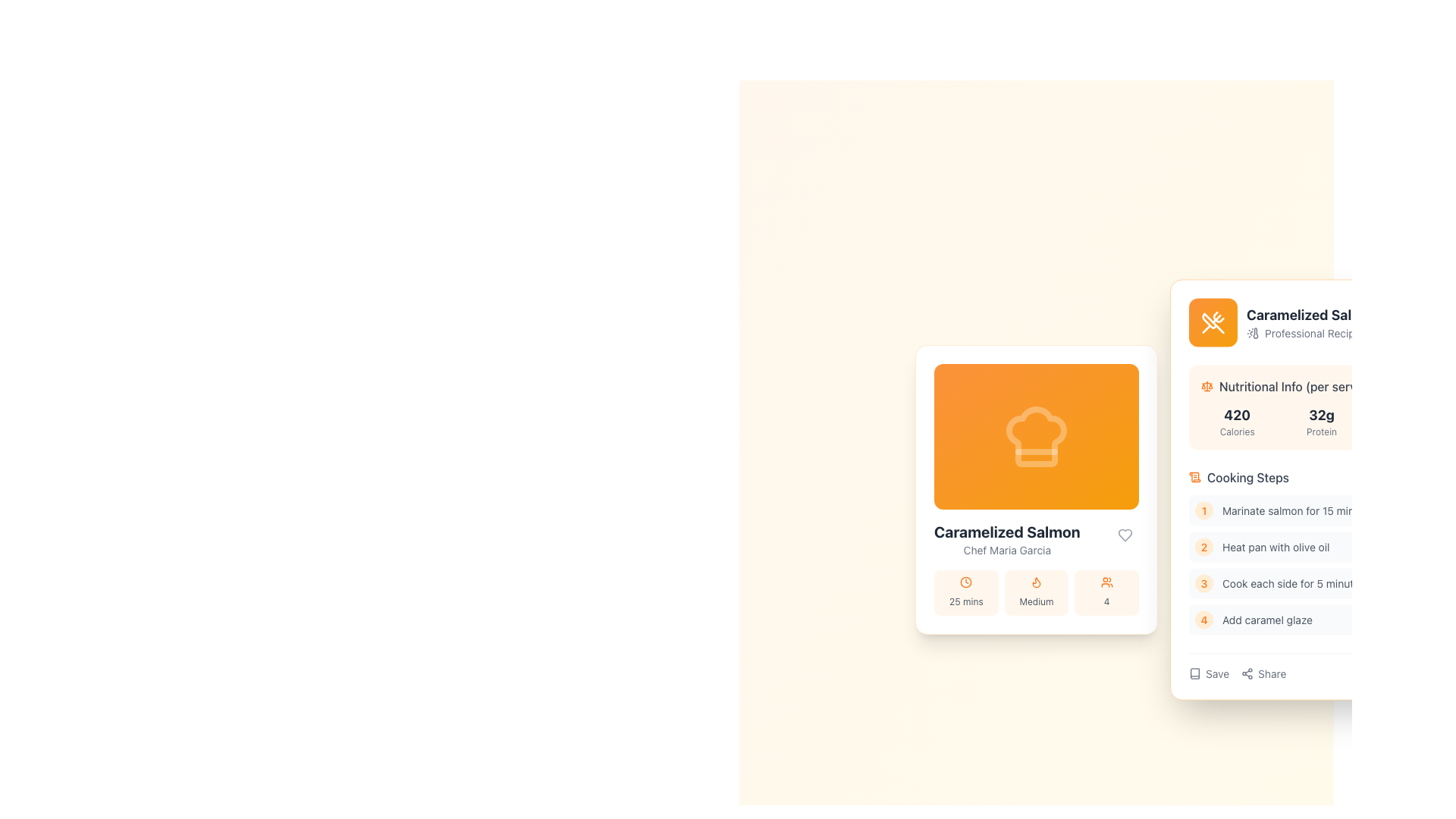  Describe the element at coordinates (1237, 415) in the screenshot. I see `the numerical text '420' indicating calorie content, which is styled in bold and larger font, located under the header 'Nutritional Info (per serving)' and above the label 'Calories'` at that location.